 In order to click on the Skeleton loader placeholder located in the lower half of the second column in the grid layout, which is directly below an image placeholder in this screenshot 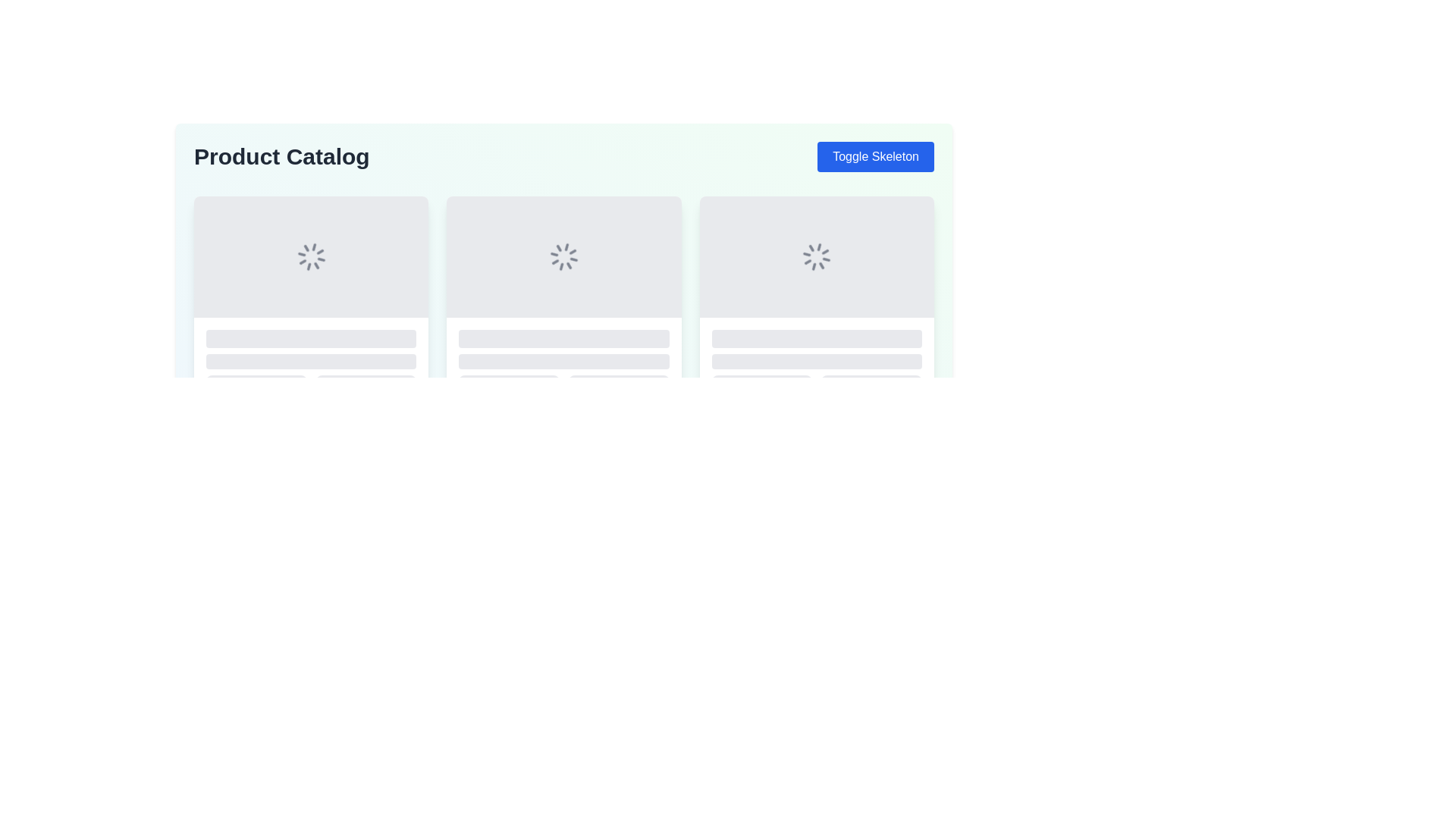, I will do `click(366, 380)`.